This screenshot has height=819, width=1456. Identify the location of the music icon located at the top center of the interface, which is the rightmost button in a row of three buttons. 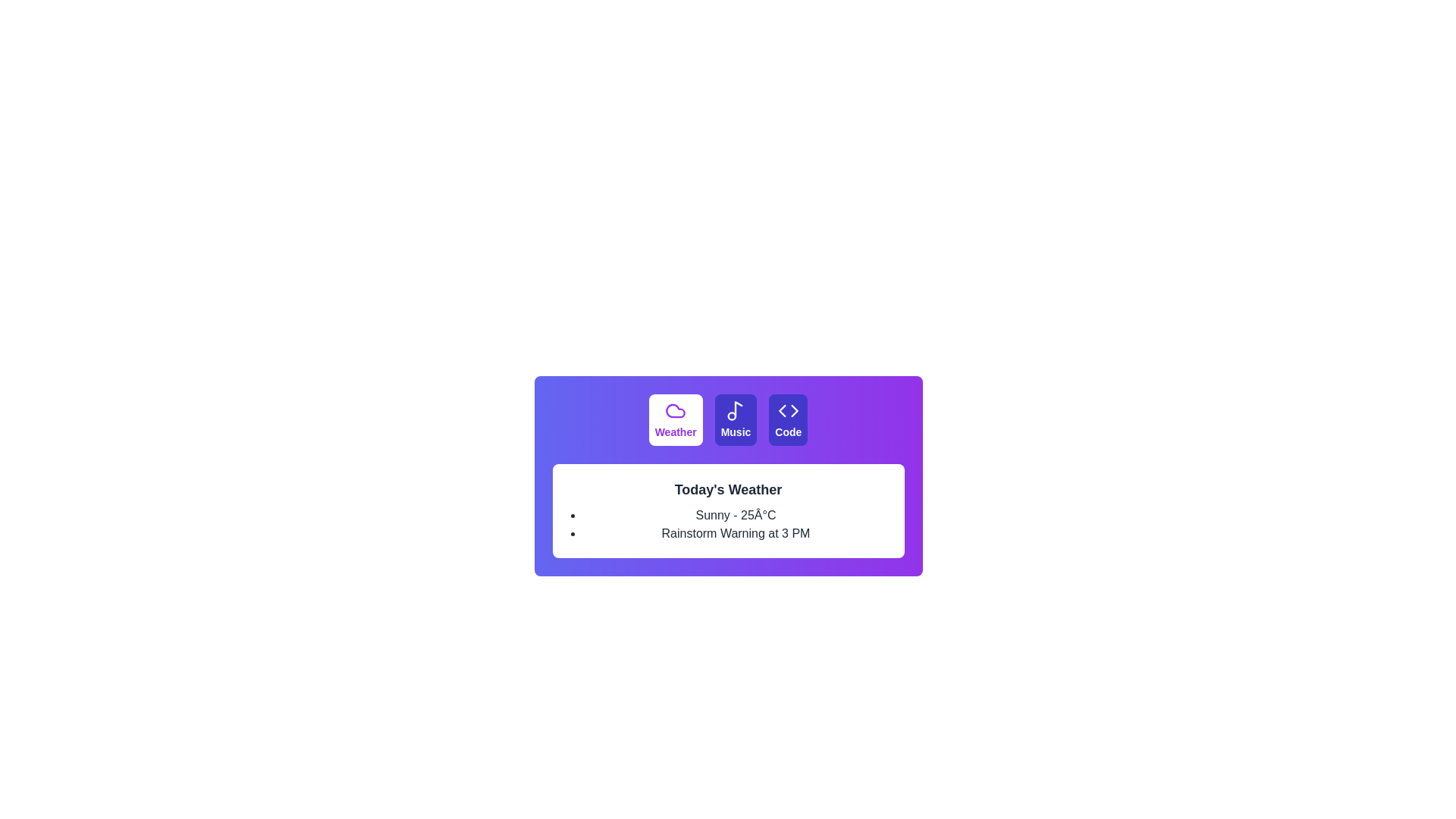
(739, 408).